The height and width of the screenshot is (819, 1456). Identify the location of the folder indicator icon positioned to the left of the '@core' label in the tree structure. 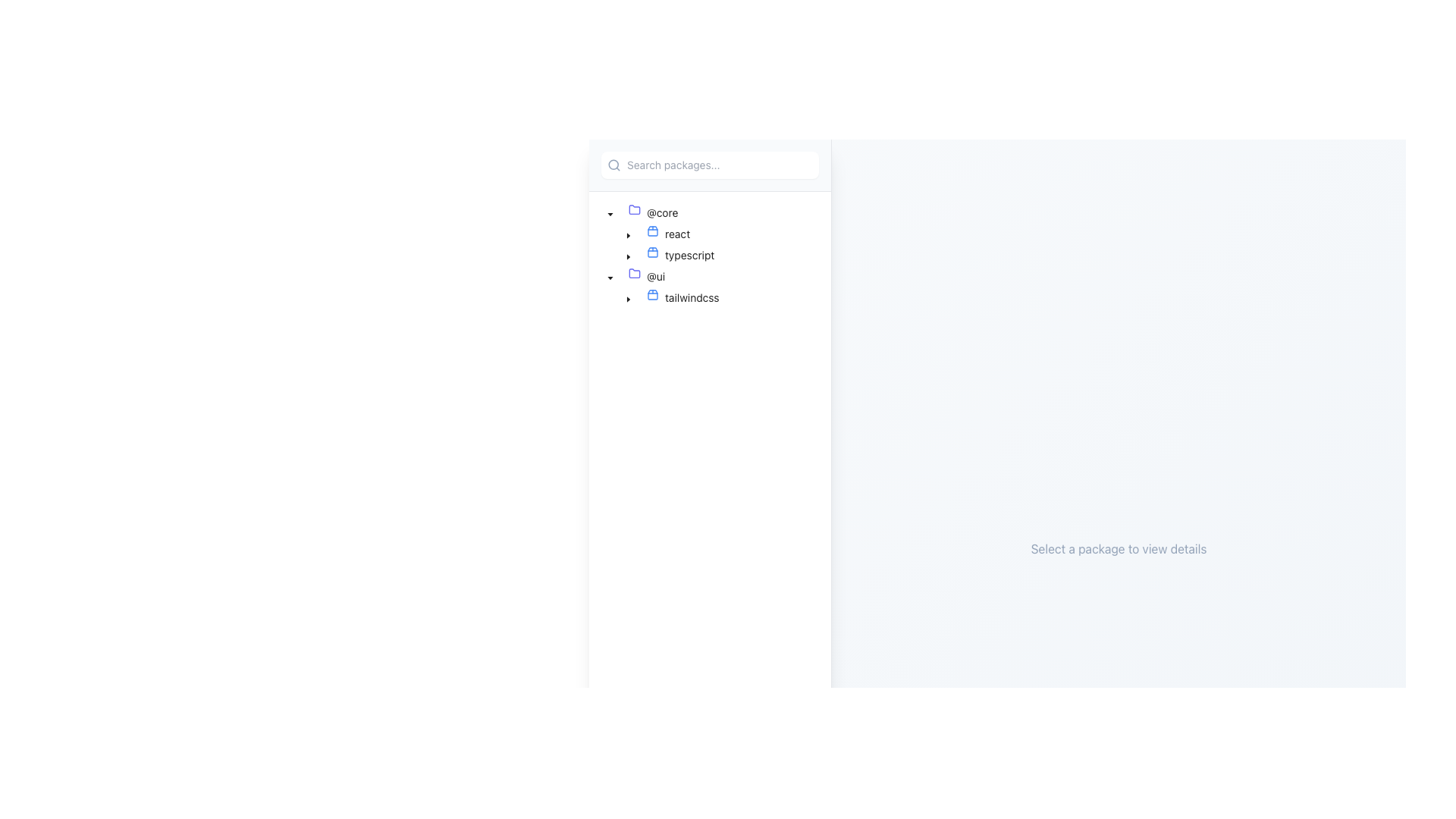
(637, 213).